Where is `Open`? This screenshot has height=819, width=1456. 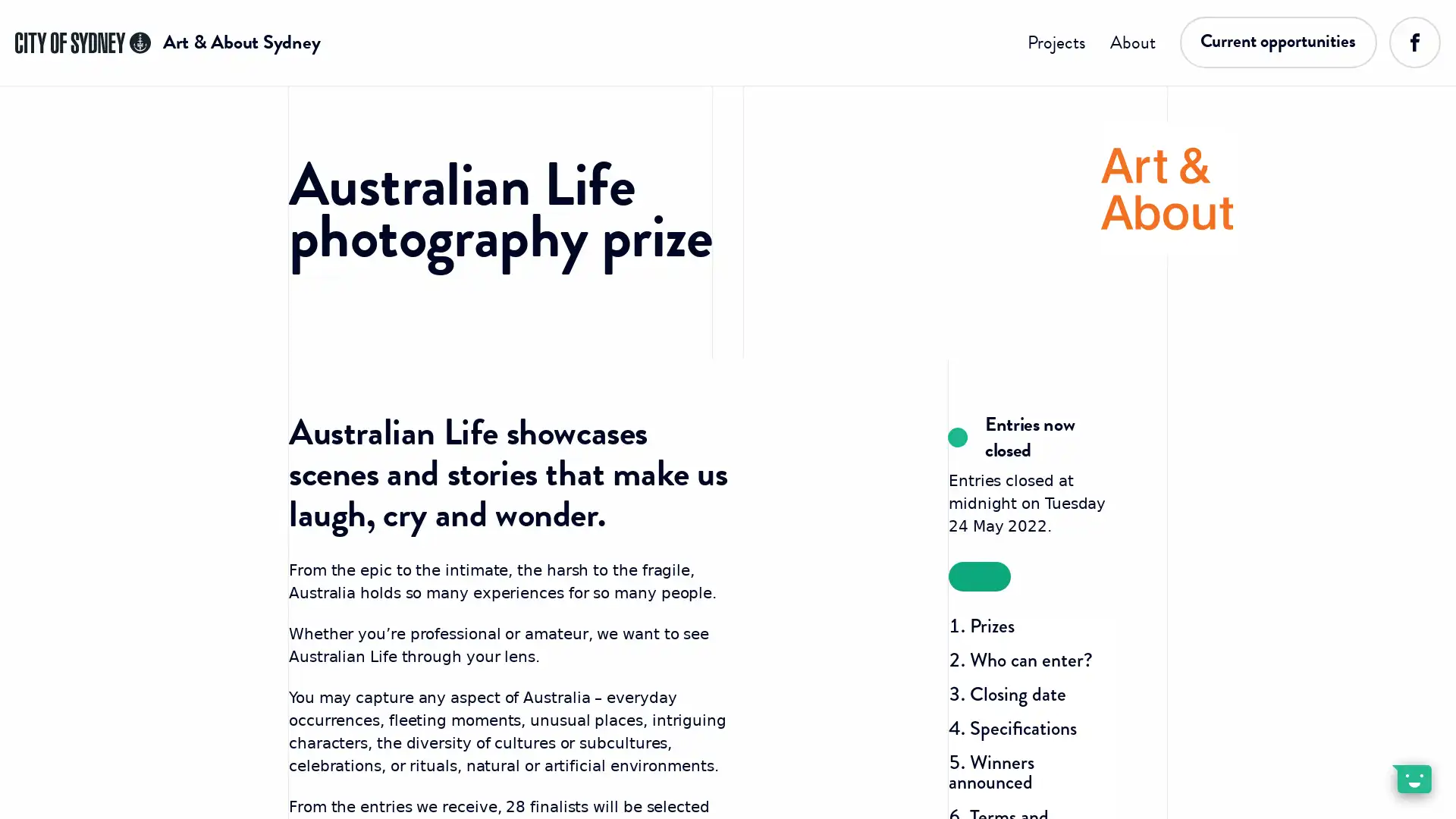 Open is located at coordinates (1410, 778).